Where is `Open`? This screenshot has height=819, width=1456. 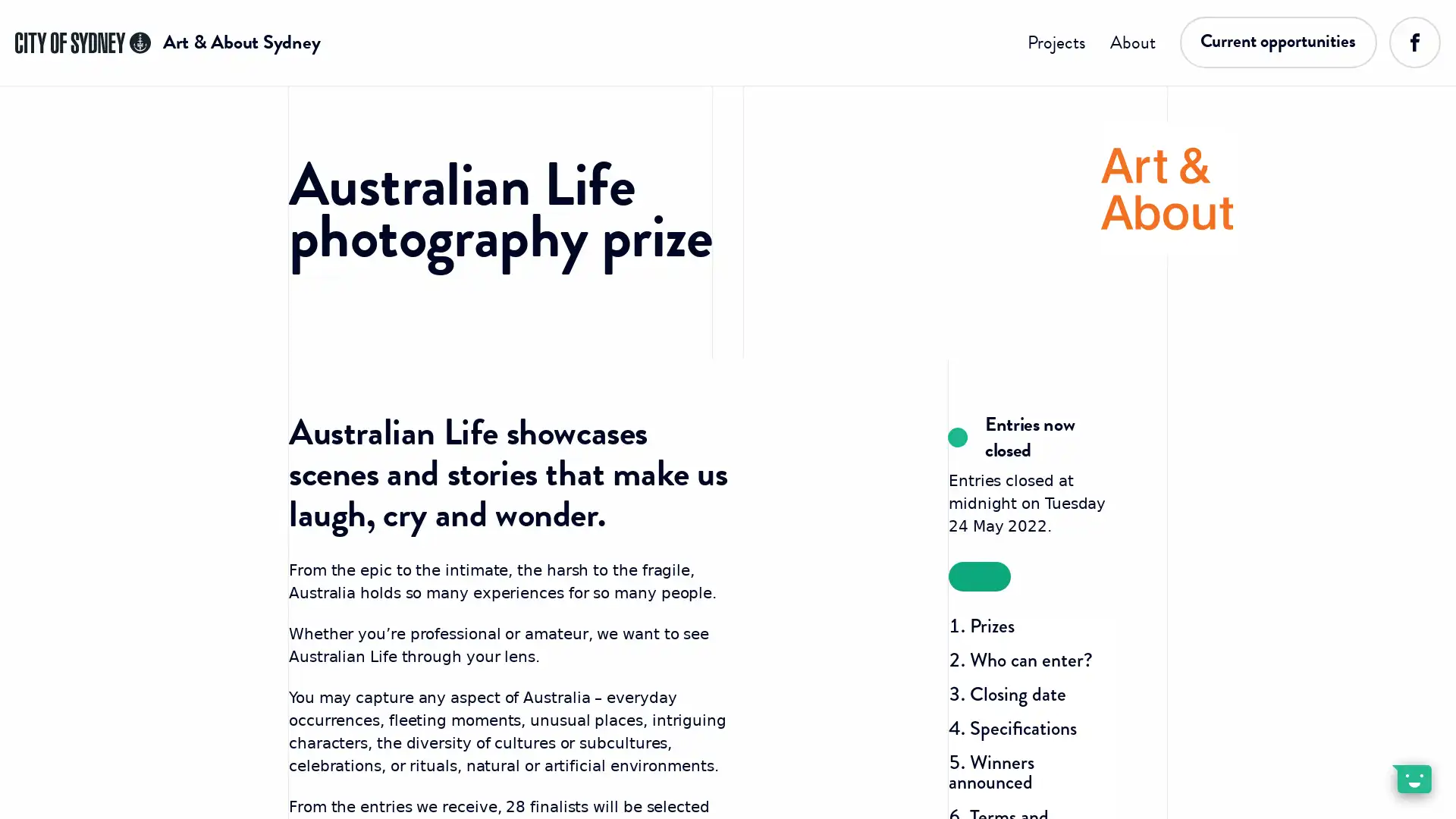 Open is located at coordinates (1410, 778).